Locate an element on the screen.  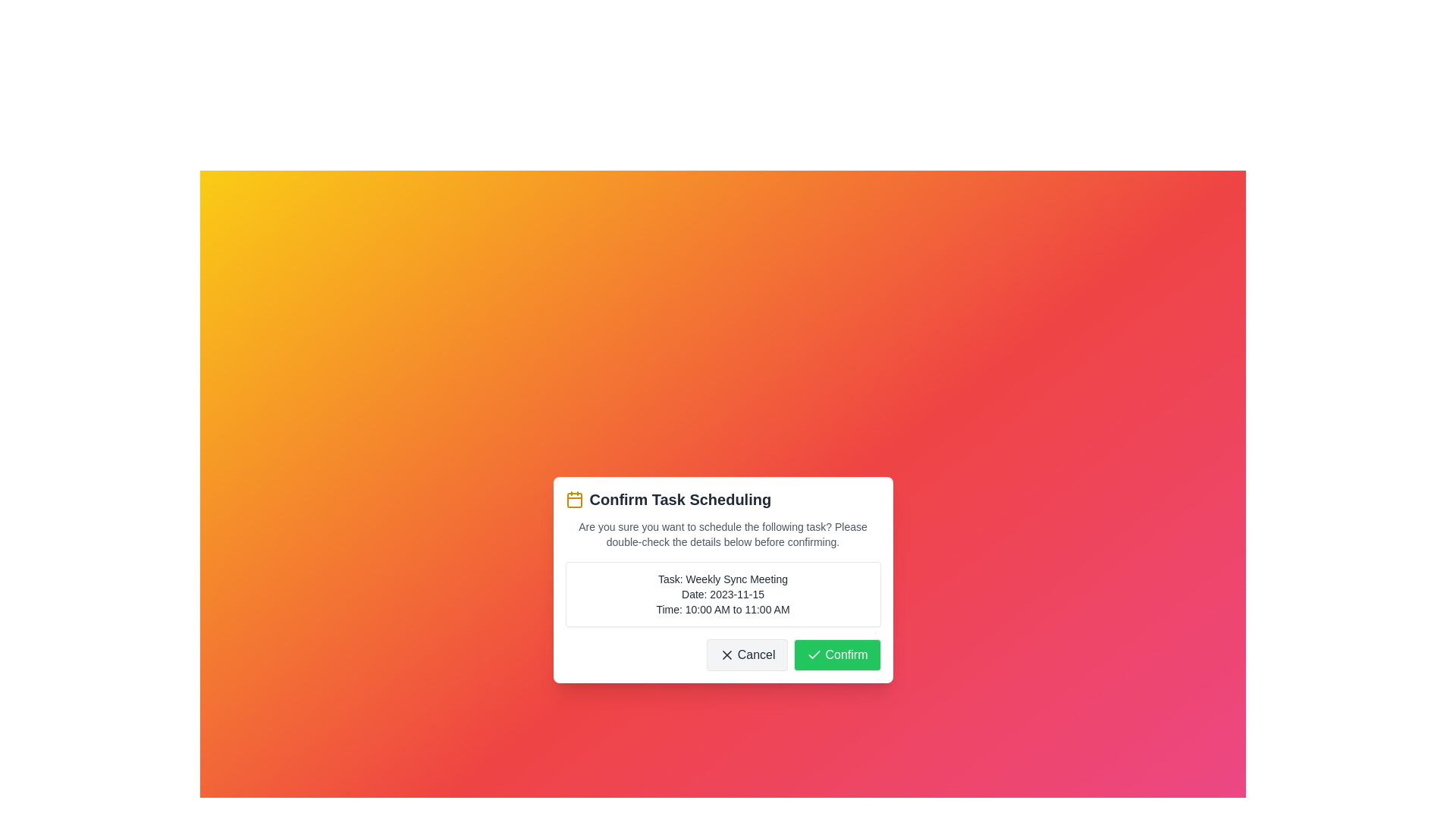
the Confirm button icon located in the bottom bar of the confirmation dialog, specifically centered in the green rectangular button next to the Cancel button is located at coordinates (814, 654).